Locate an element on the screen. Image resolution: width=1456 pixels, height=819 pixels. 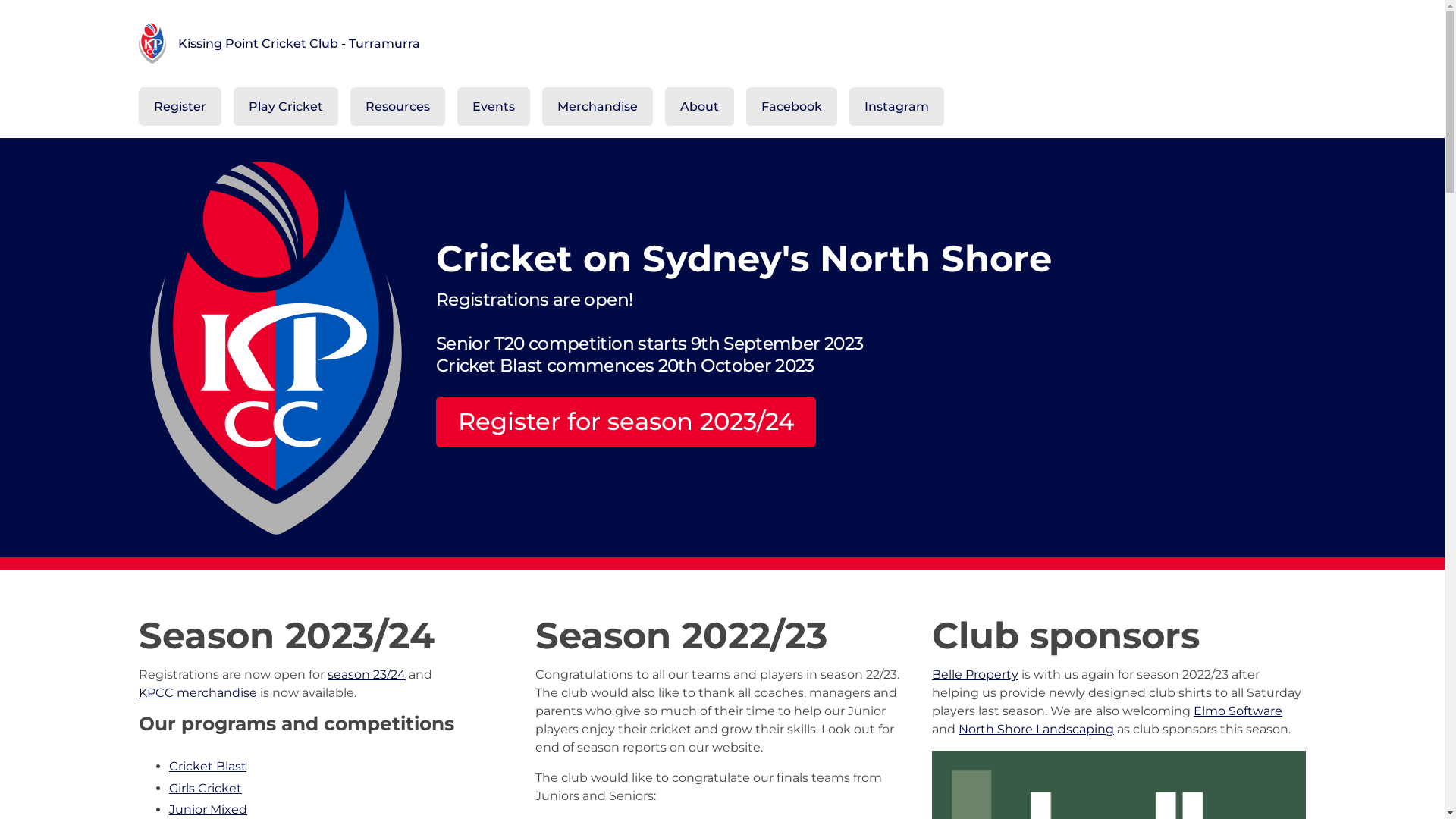
'Facebook' is located at coordinates (790, 105).